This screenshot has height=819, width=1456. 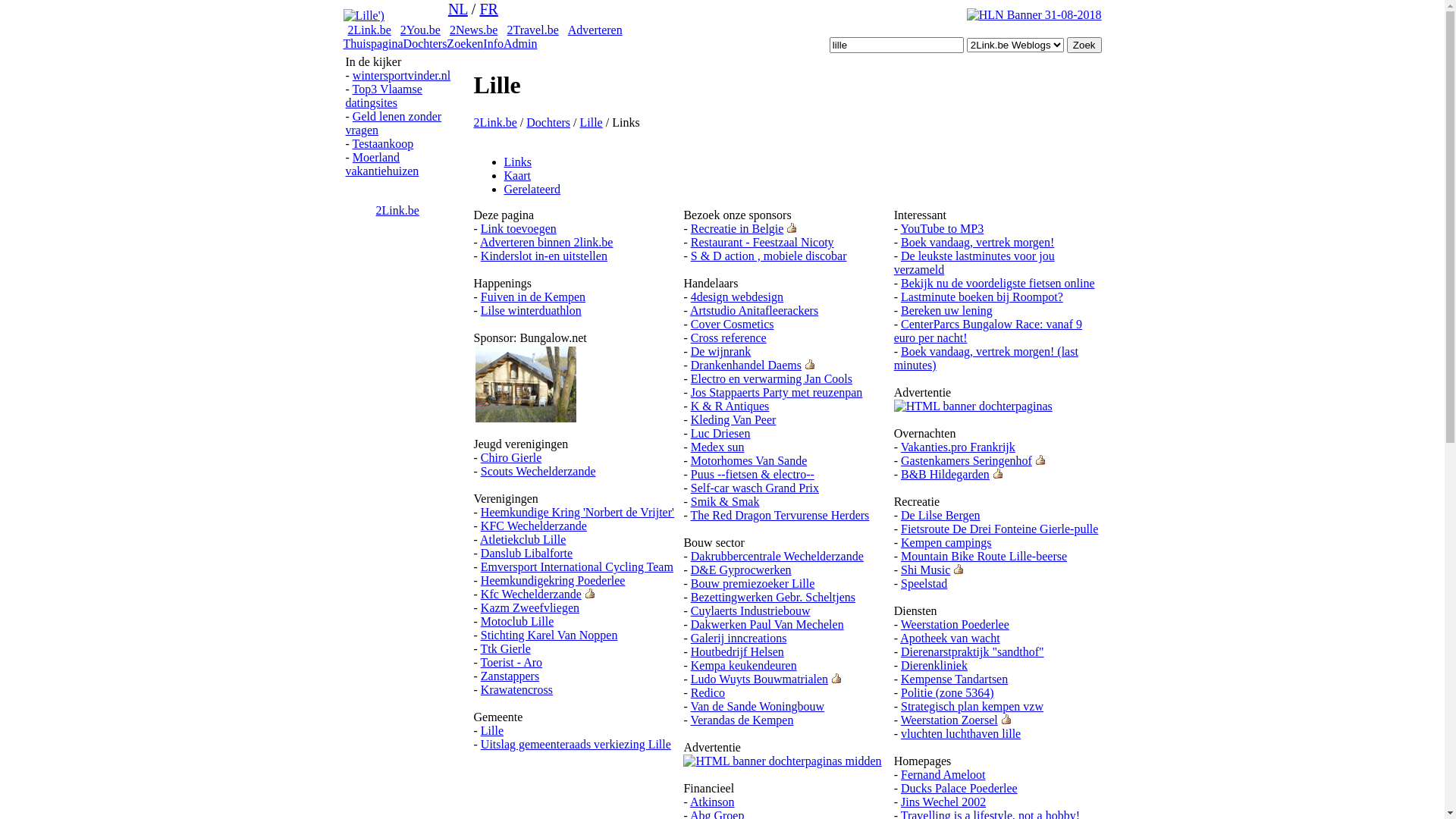 What do you see at coordinates (522, 538) in the screenshot?
I see `'Atletiekclub Lille'` at bounding box center [522, 538].